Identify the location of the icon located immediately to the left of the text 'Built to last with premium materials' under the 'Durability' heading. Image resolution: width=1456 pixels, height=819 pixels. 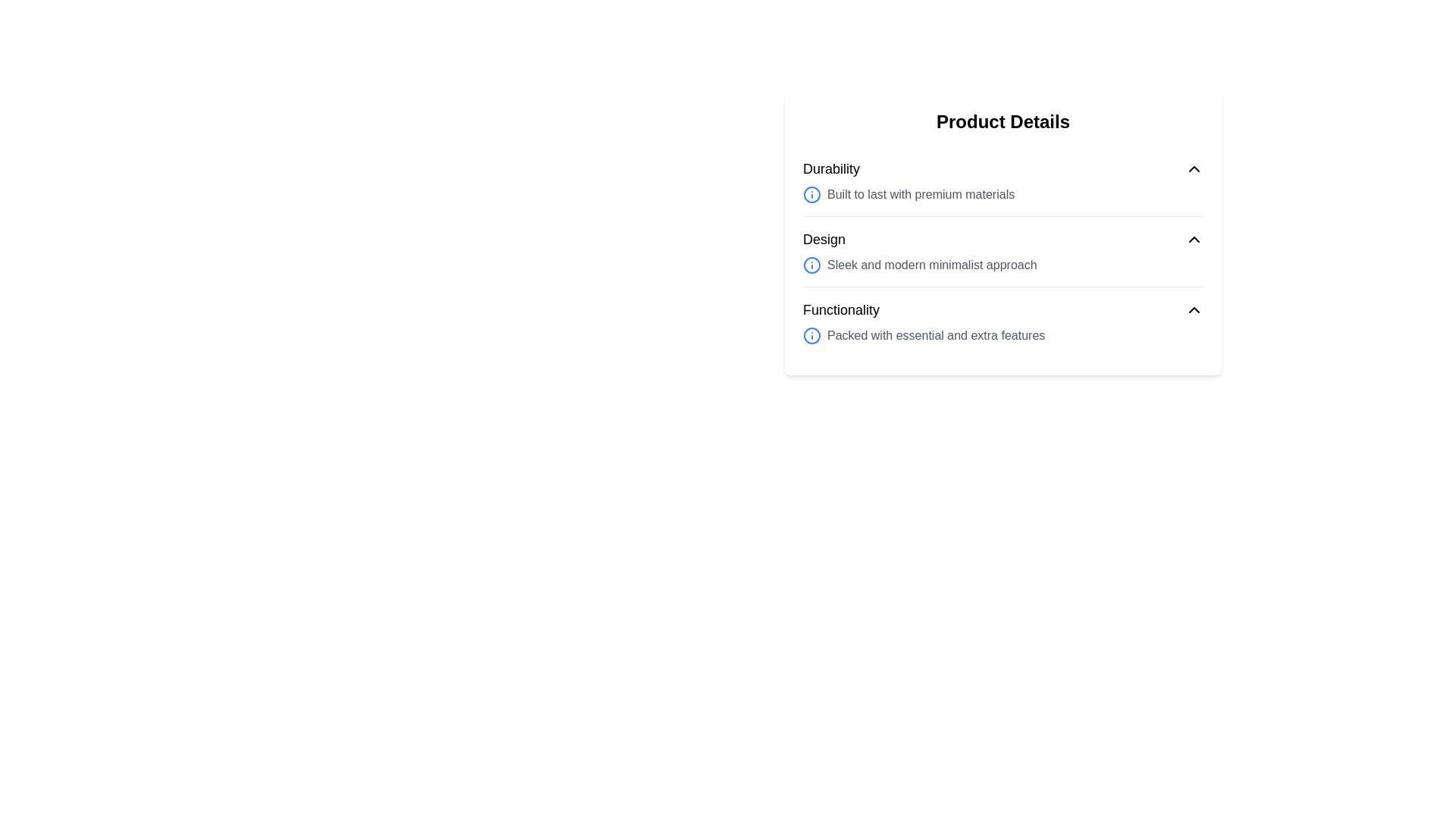
(811, 194).